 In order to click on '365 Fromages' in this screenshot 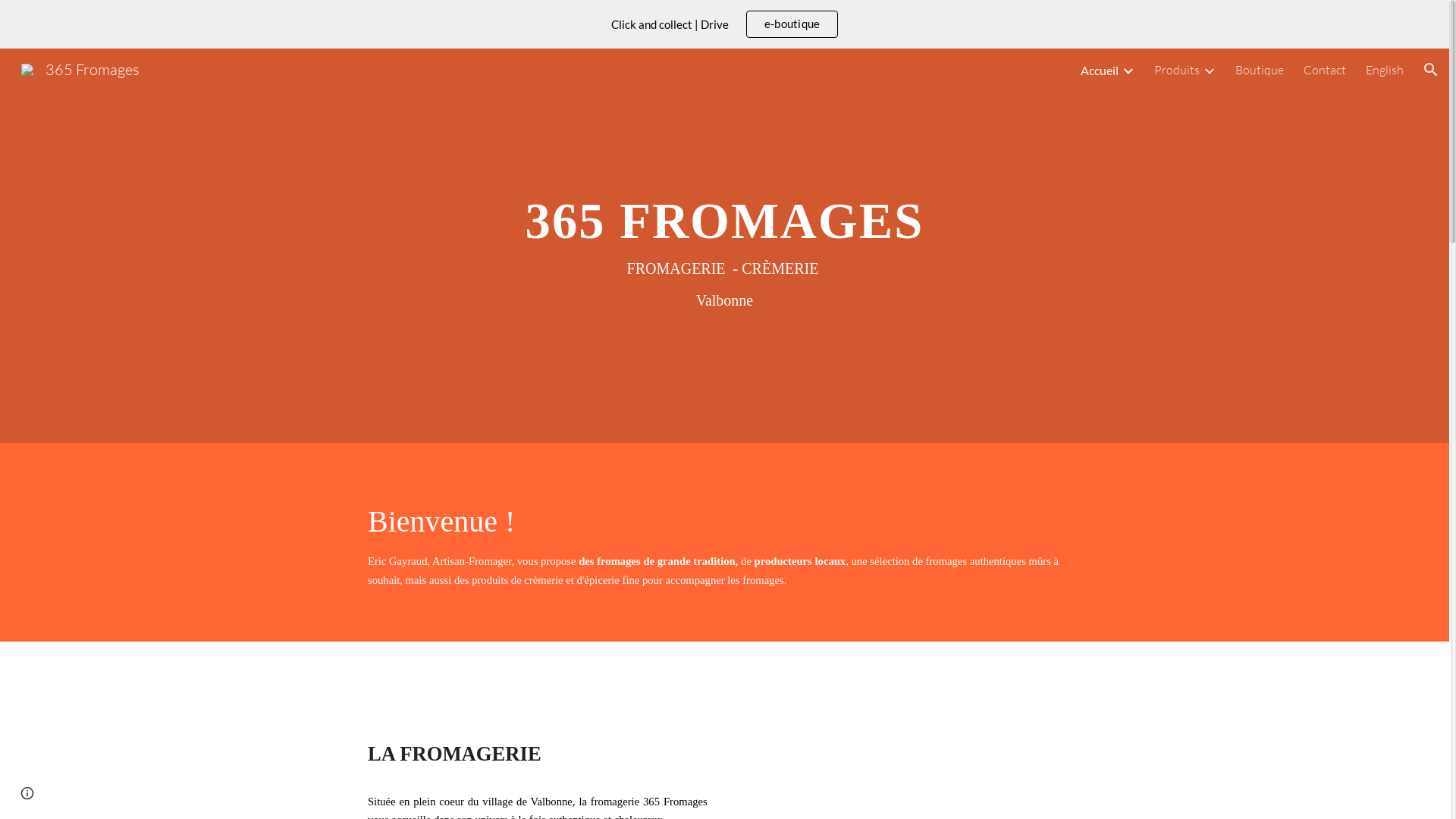, I will do `click(79, 67)`.